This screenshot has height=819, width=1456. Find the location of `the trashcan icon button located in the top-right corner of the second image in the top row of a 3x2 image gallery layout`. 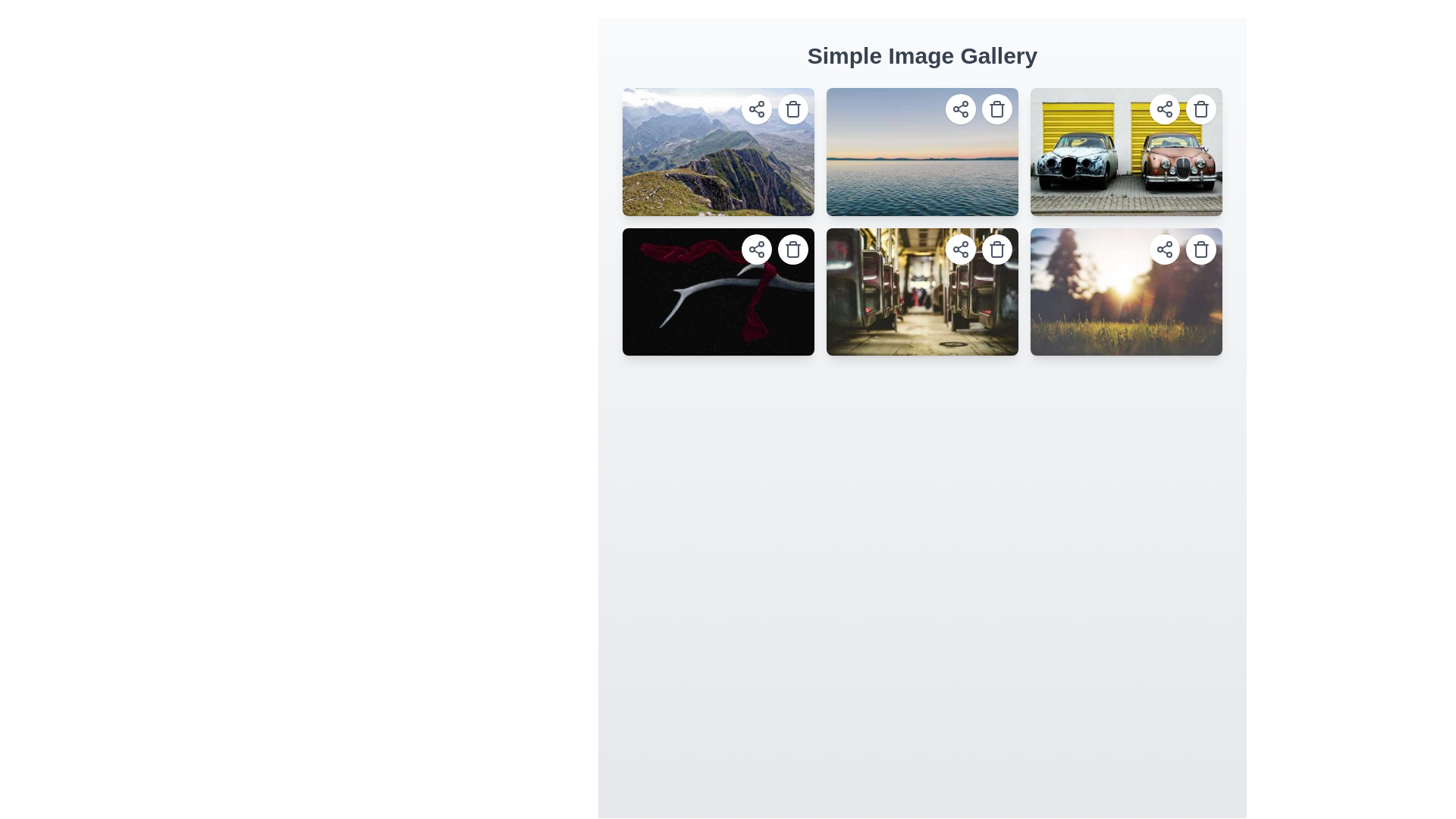

the trashcan icon button located in the top-right corner of the second image in the top row of a 3x2 image gallery layout is located at coordinates (997, 108).